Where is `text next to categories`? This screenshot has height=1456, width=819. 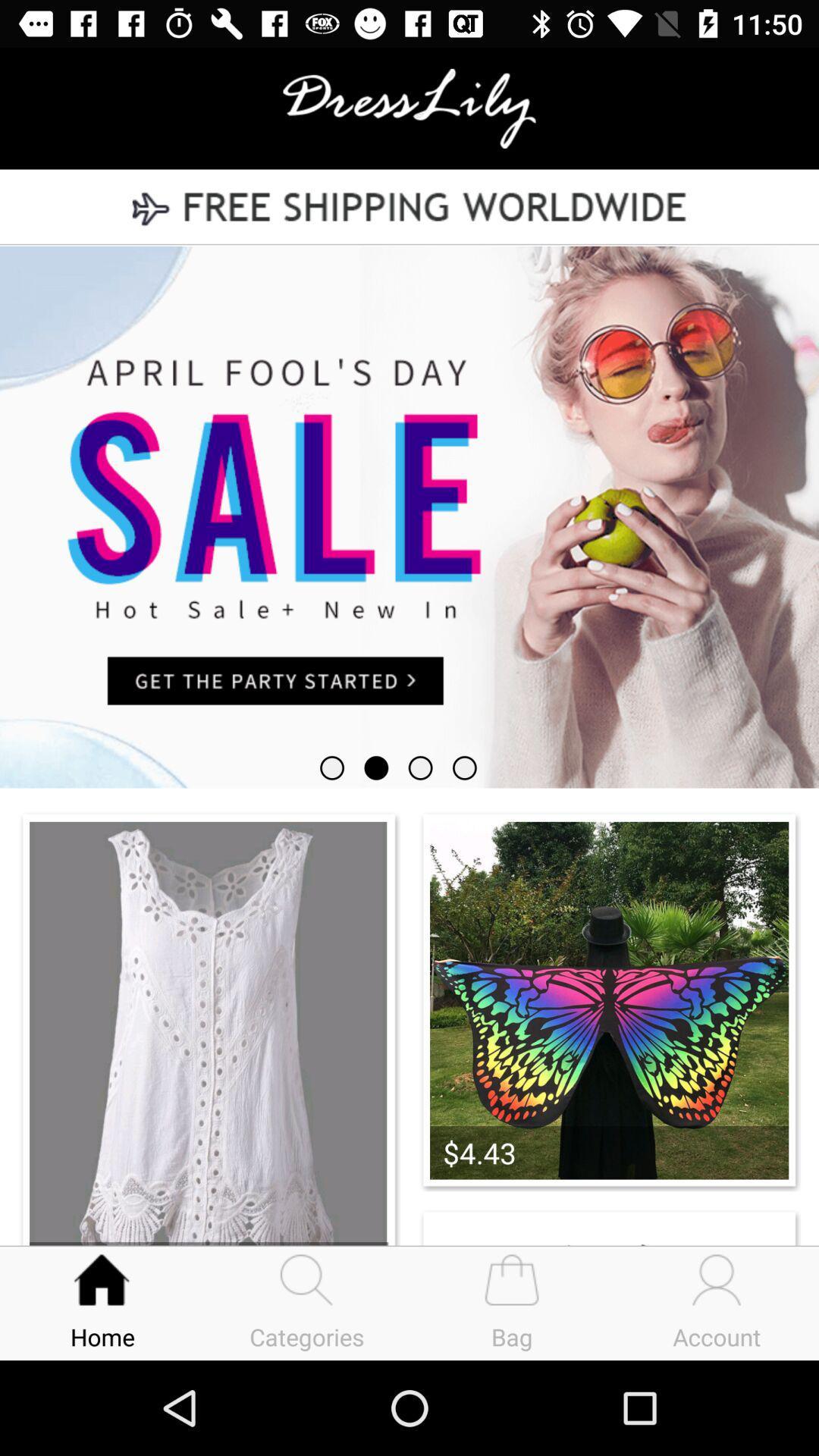 text next to categories is located at coordinates (512, 1302).